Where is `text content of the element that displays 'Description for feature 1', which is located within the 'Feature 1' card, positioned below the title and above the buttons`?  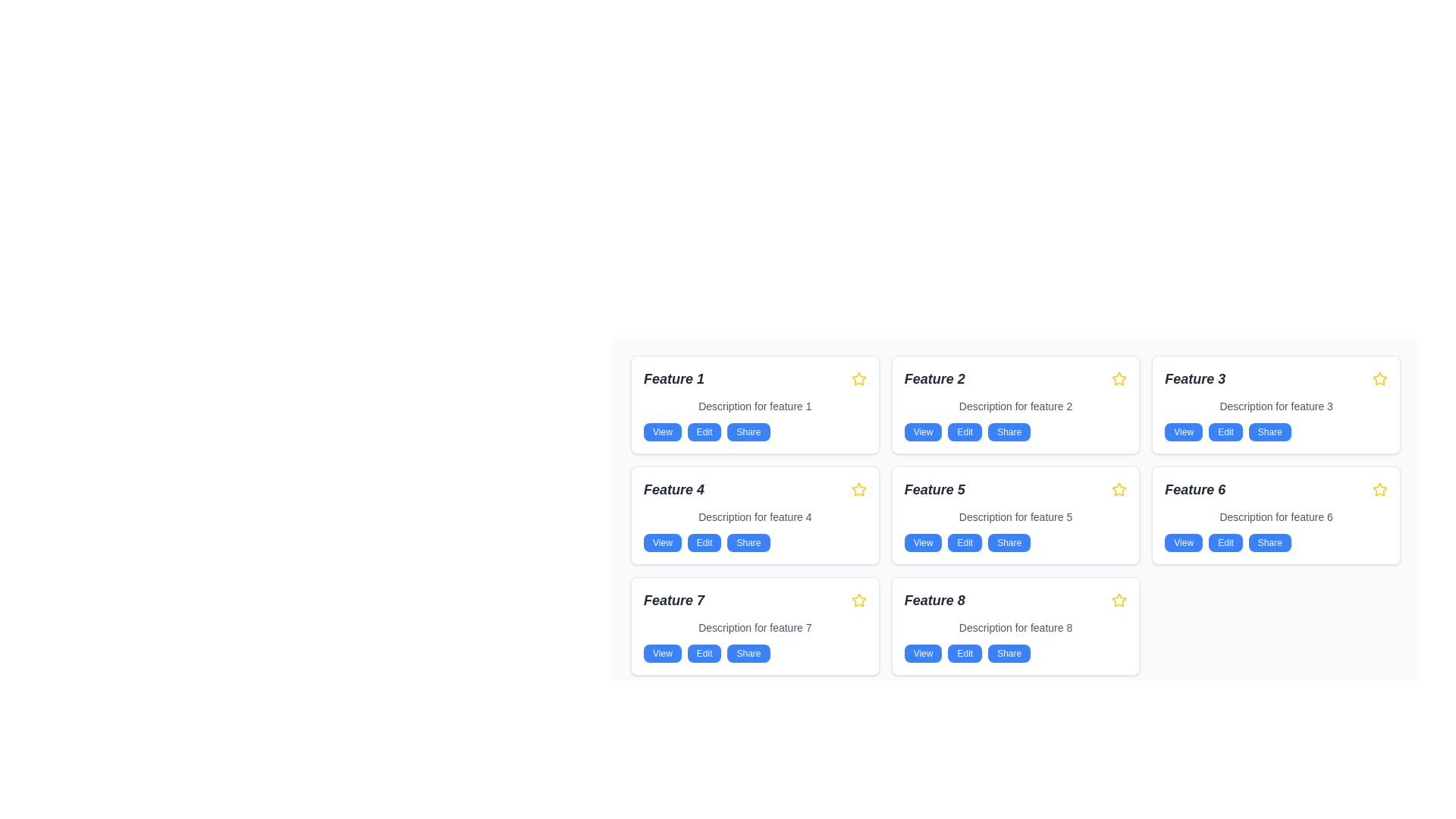
text content of the element that displays 'Description for feature 1', which is located within the 'Feature 1' card, positioned below the title and above the buttons is located at coordinates (755, 406).